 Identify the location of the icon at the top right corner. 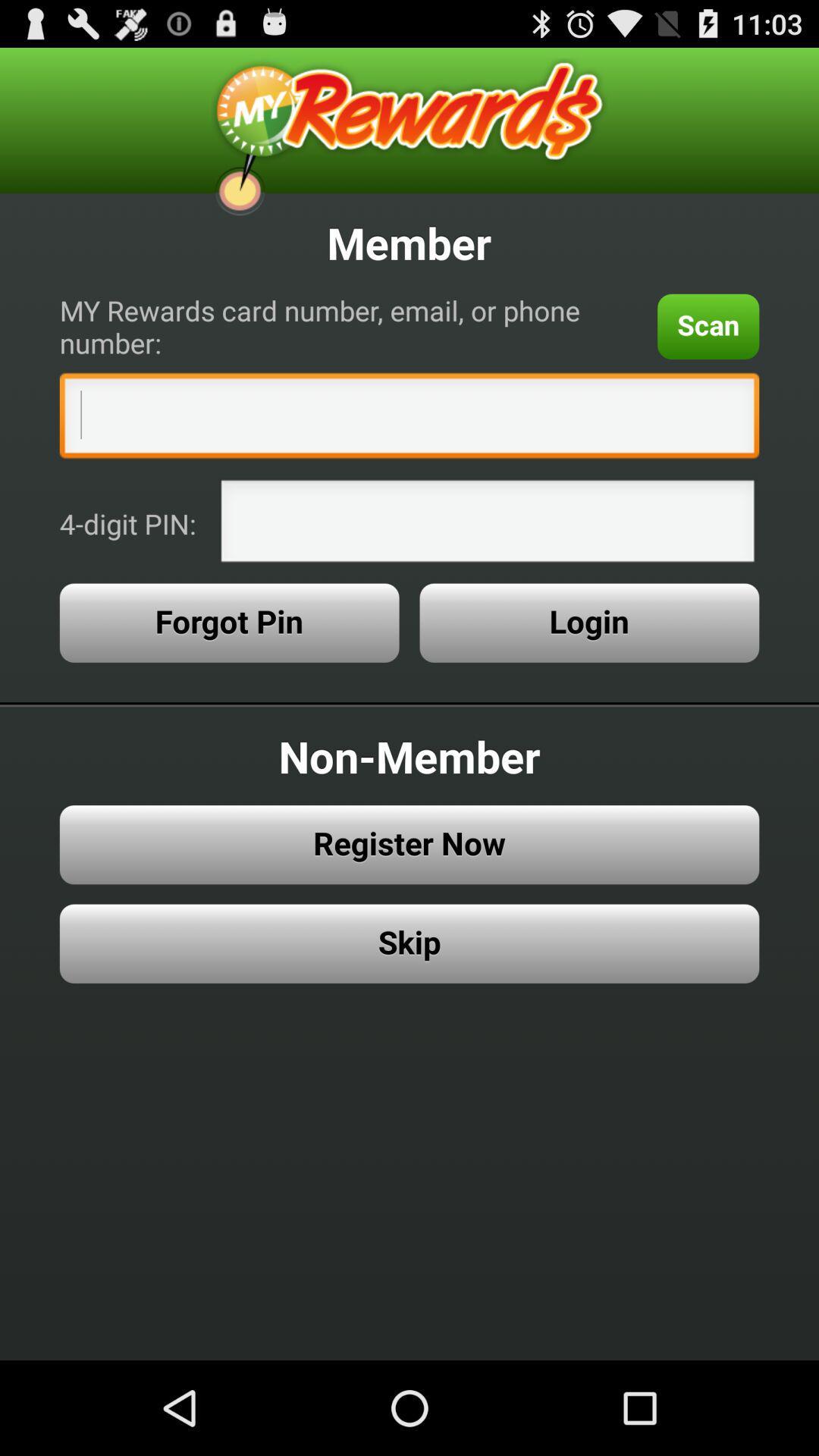
(708, 325).